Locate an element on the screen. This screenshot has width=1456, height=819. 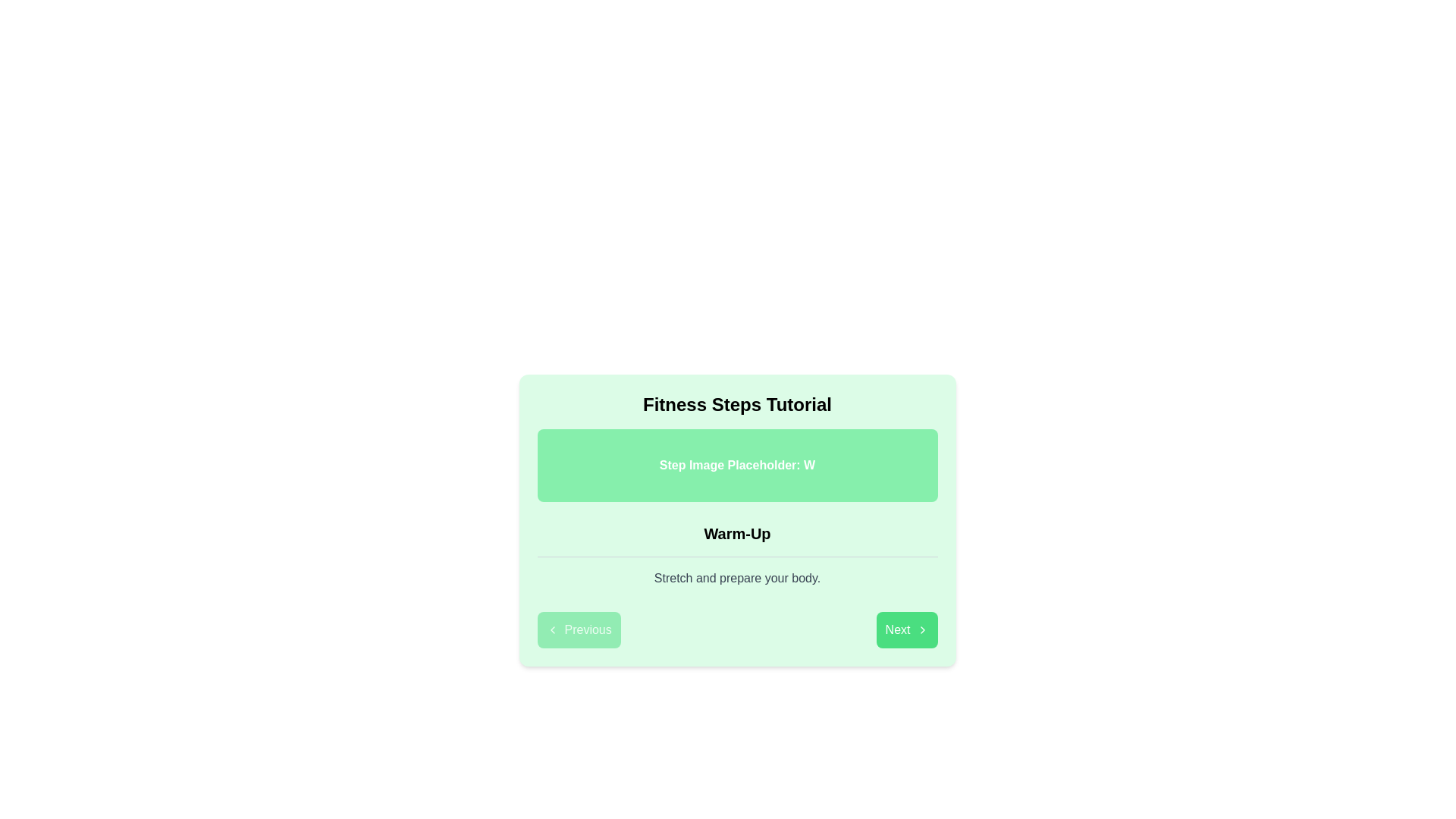
the Text Element (Heading) which serves as the title for the tutorial section, located at the top of the card-like structure is located at coordinates (737, 403).